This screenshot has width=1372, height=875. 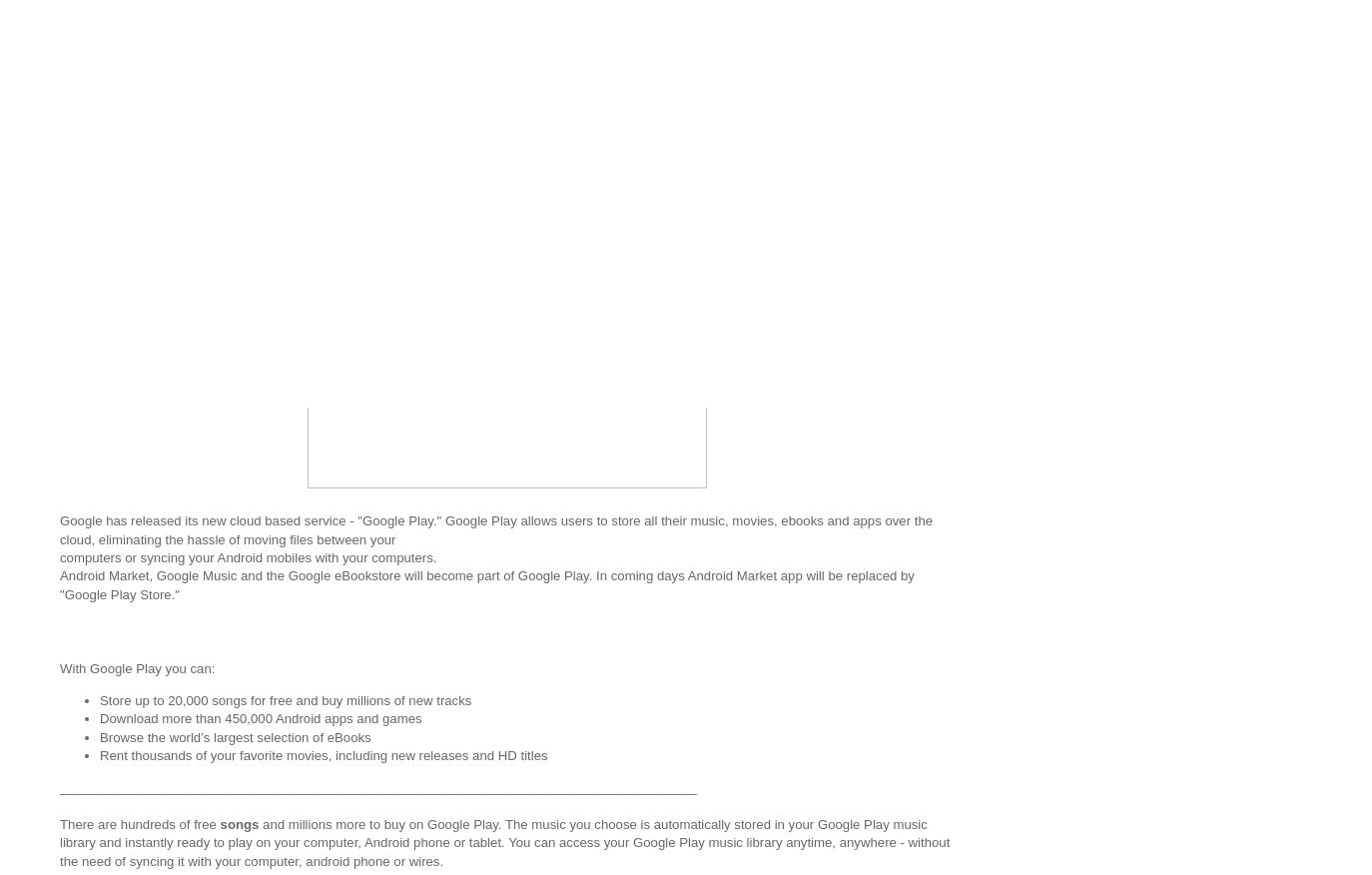 What do you see at coordinates (59, 556) in the screenshot?
I see `'computers or syncing your Android mobiles with your computers.'` at bounding box center [59, 556].